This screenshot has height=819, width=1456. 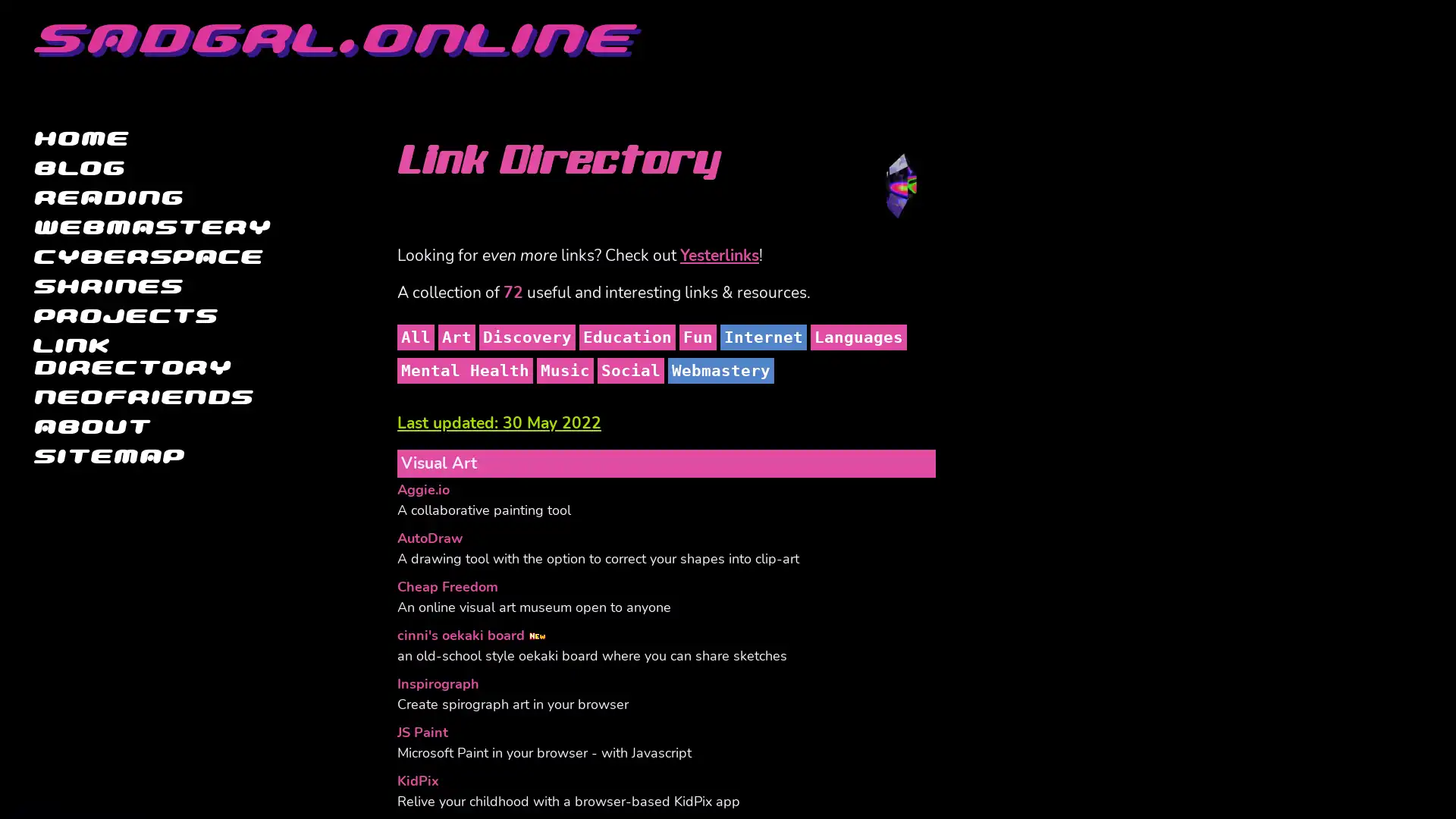 What do you see at coordinates (720, 370) in the screenshot?
I see `Webmastery` at bounding box center [720, 370].